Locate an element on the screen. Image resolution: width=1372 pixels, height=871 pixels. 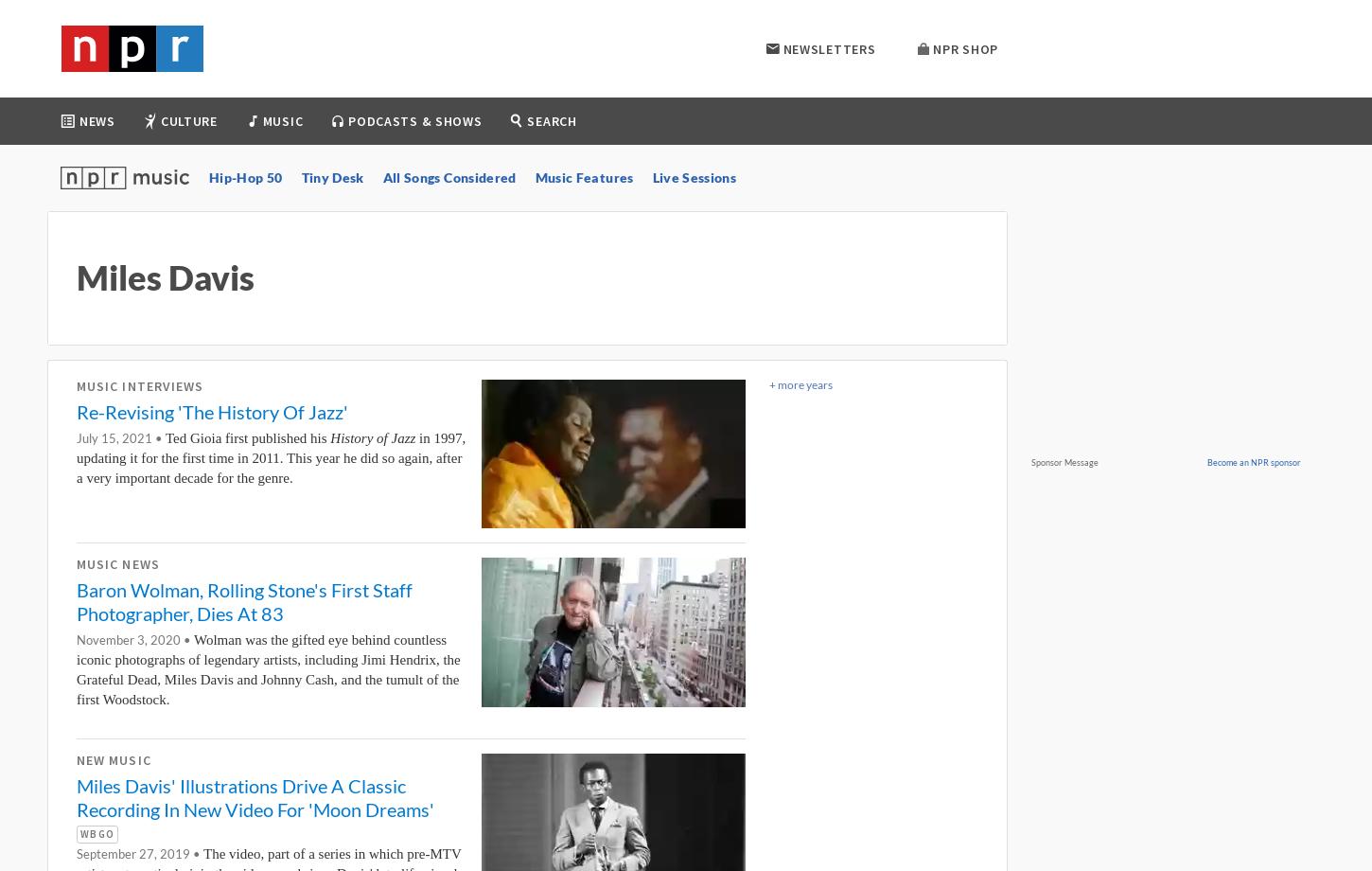
'+' is located at coordinates (769, 383).